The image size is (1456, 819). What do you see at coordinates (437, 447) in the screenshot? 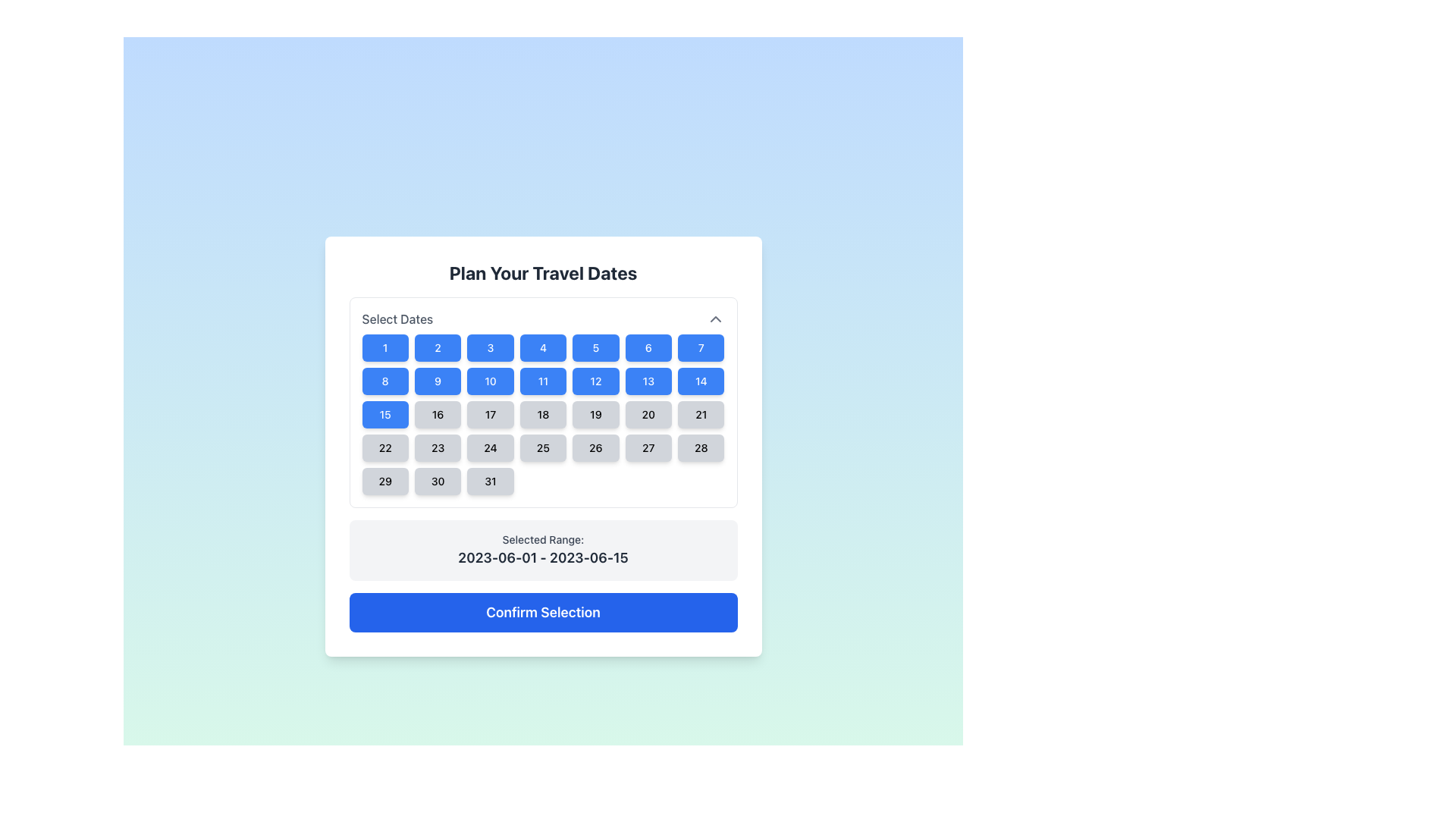
I see `the rectangular button with rounded borders styled in gray, containing the text '23' centered in black, indicating a selectable date` at bounding box center [437, 447].